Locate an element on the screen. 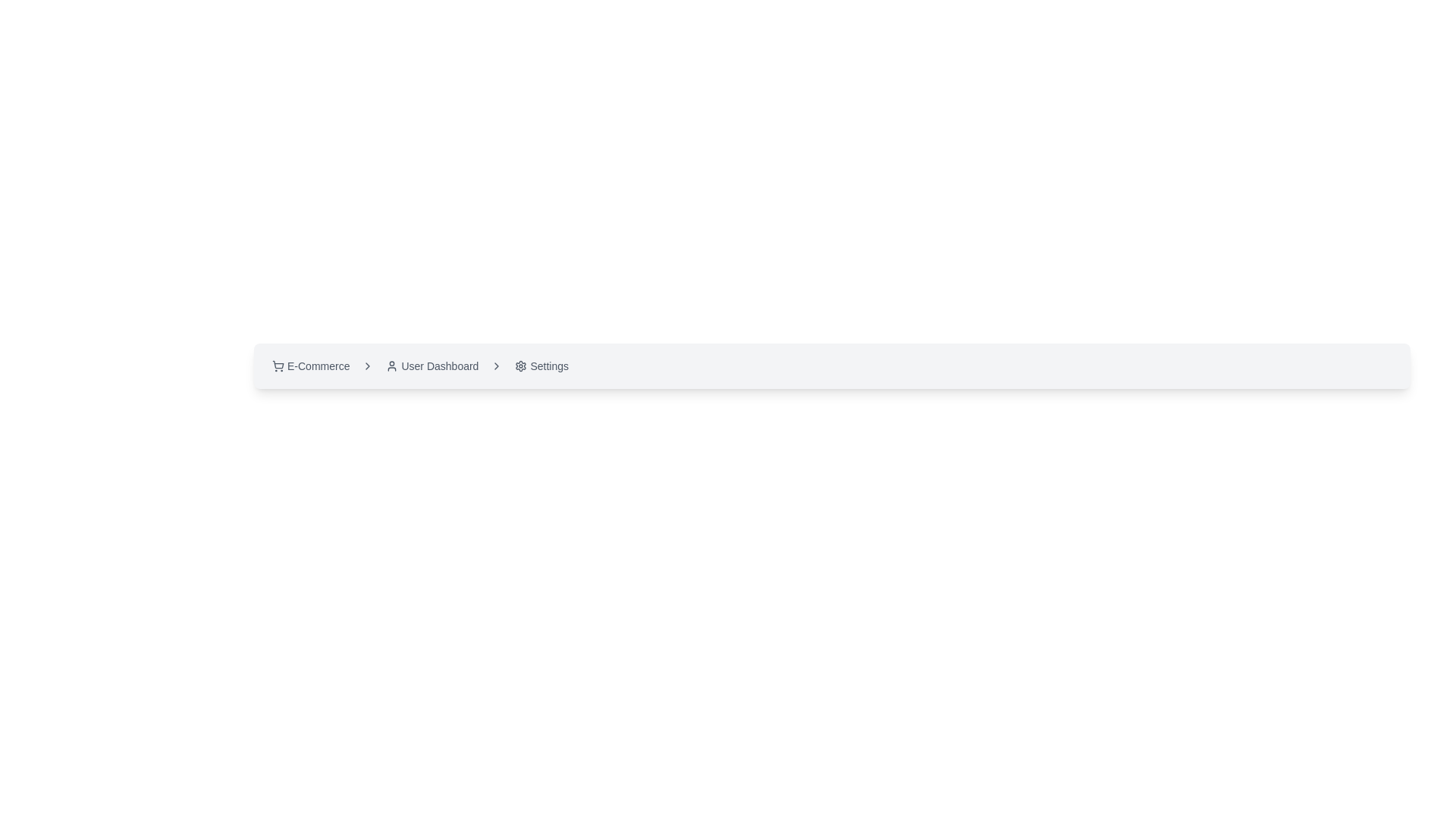  the 'E-Commerce' button with a shopping cart icon is located at coordinates (310, 366).